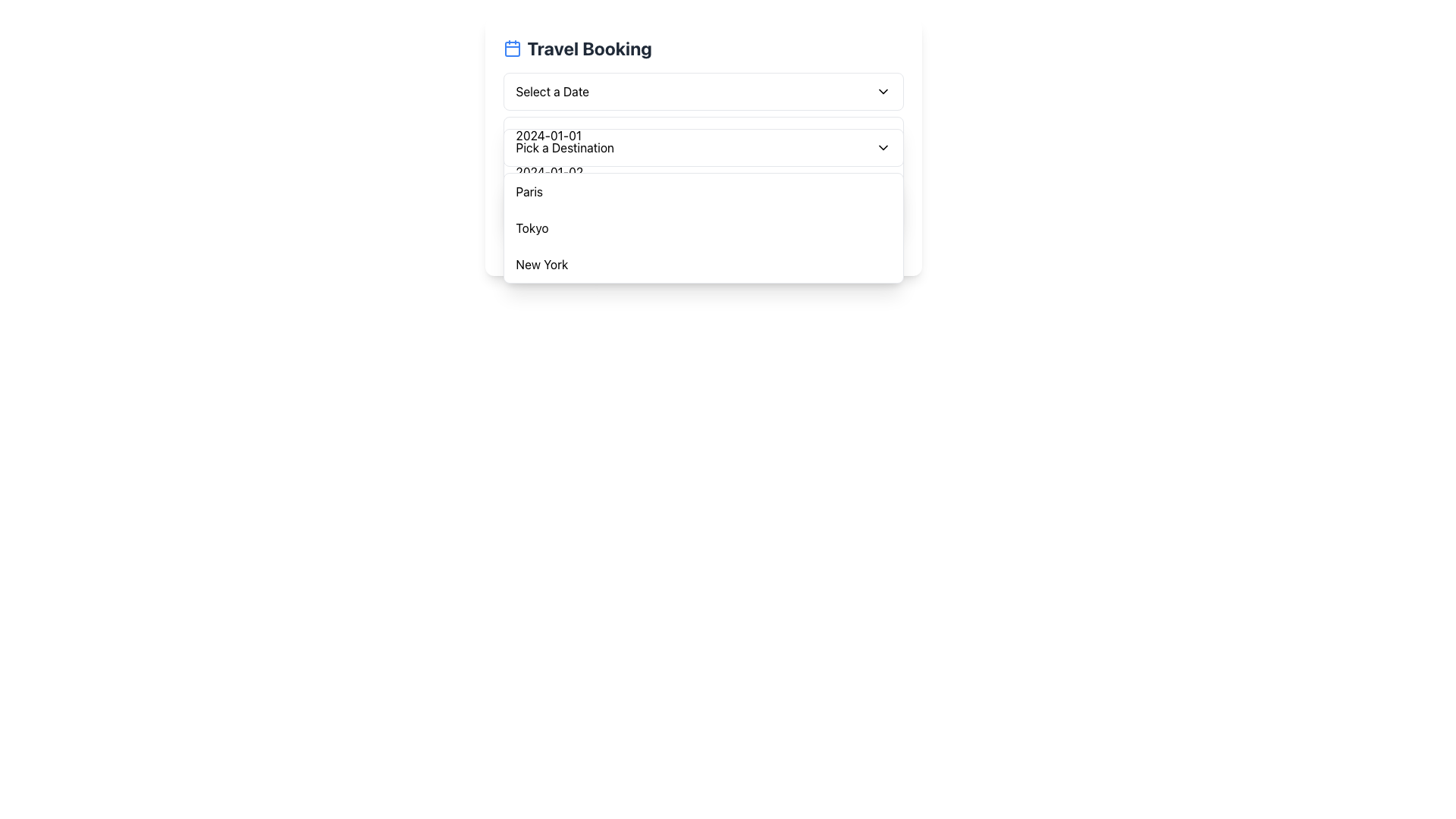 The image size is (1456, 819). I want to click on the circular checkmark icon indicating selection for the 'Paris' option in the 'Travel Booking' dropdown menu, so click(514, 191).